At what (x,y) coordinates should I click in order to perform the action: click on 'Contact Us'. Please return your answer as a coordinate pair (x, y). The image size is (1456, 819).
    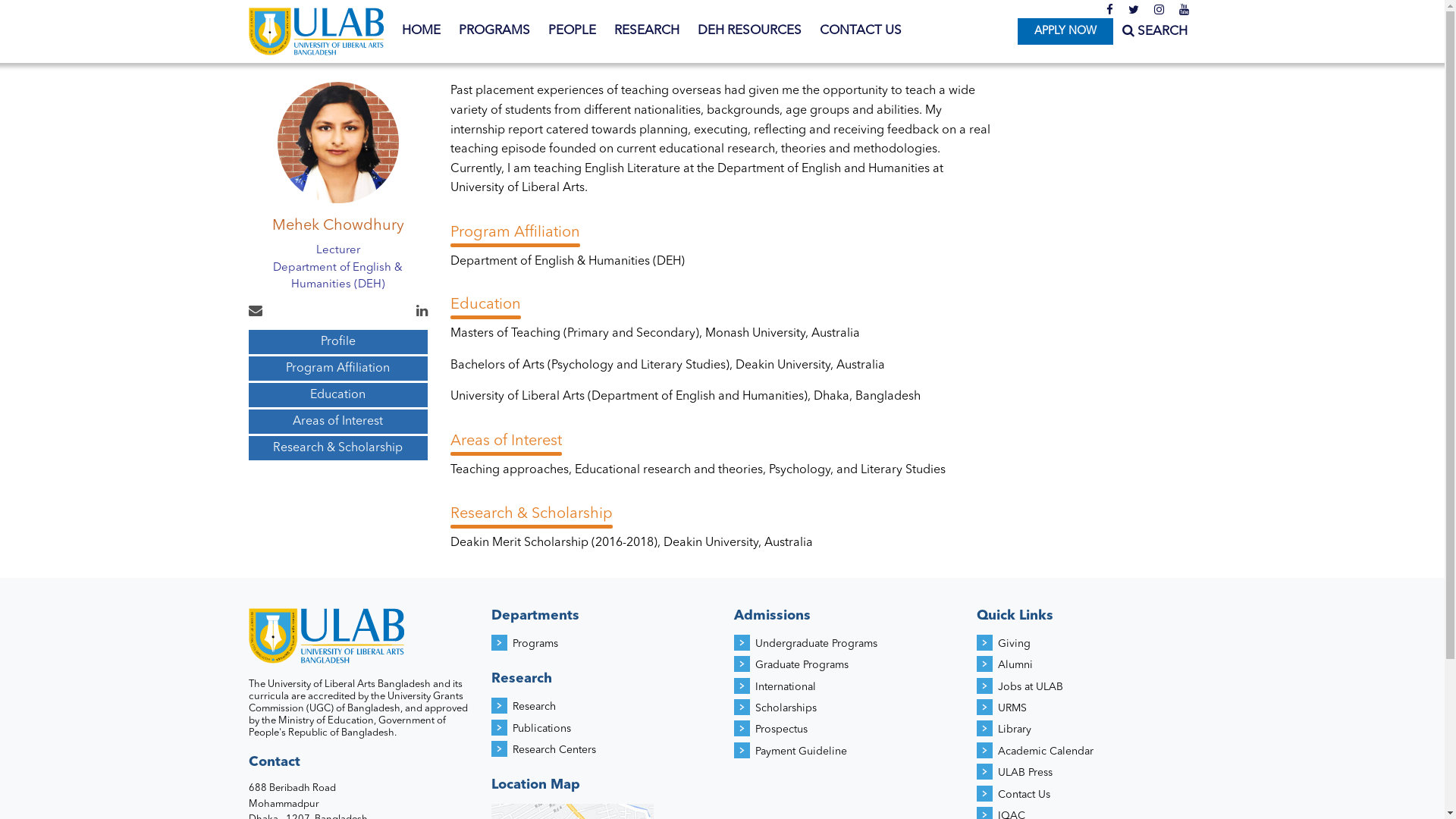
    Looking at the image, I should click on (1024, 794).